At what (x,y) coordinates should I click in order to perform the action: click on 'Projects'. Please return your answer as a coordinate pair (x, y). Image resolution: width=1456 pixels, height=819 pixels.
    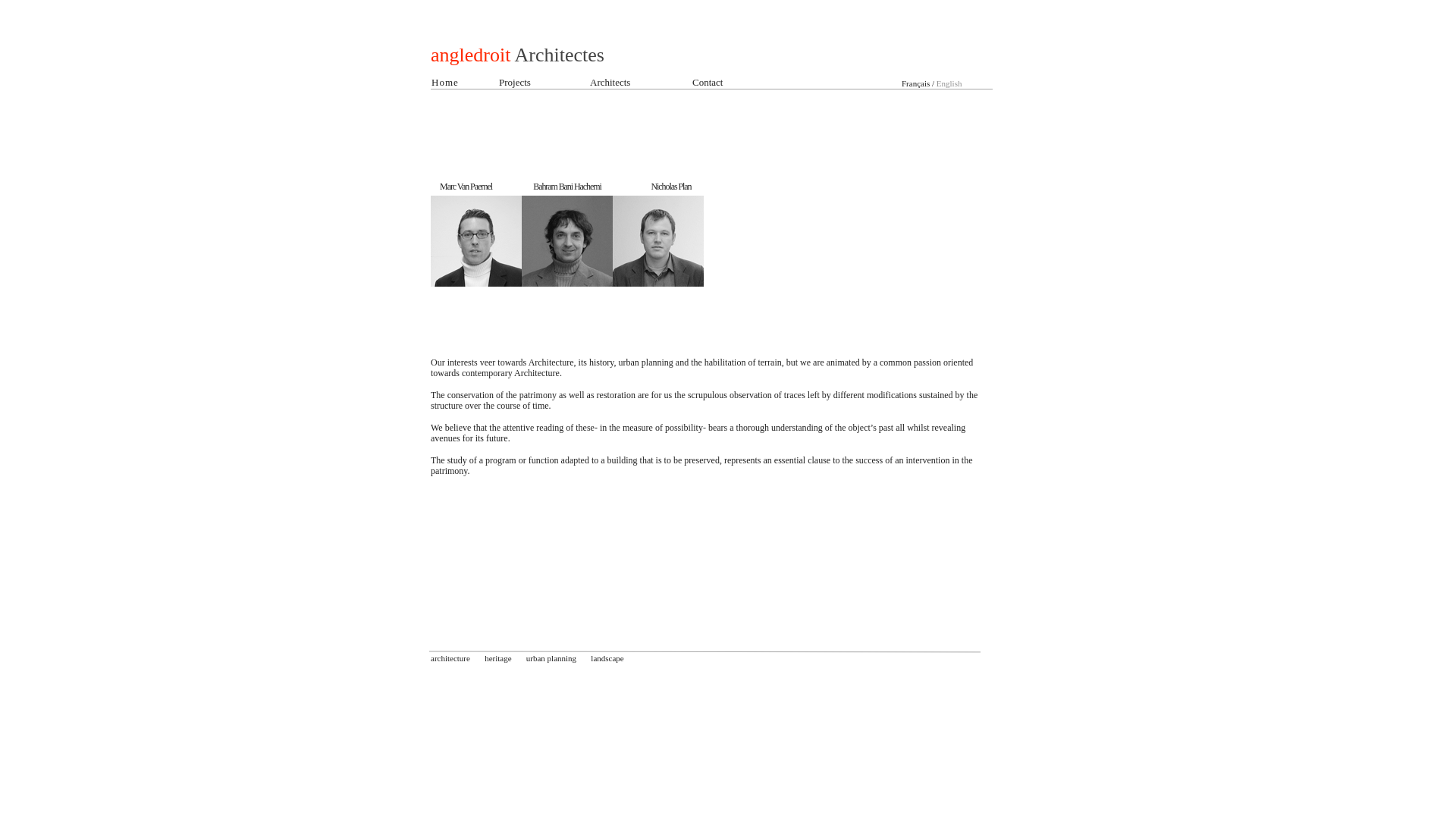
    Looking at the image, I should click on (514, 82).